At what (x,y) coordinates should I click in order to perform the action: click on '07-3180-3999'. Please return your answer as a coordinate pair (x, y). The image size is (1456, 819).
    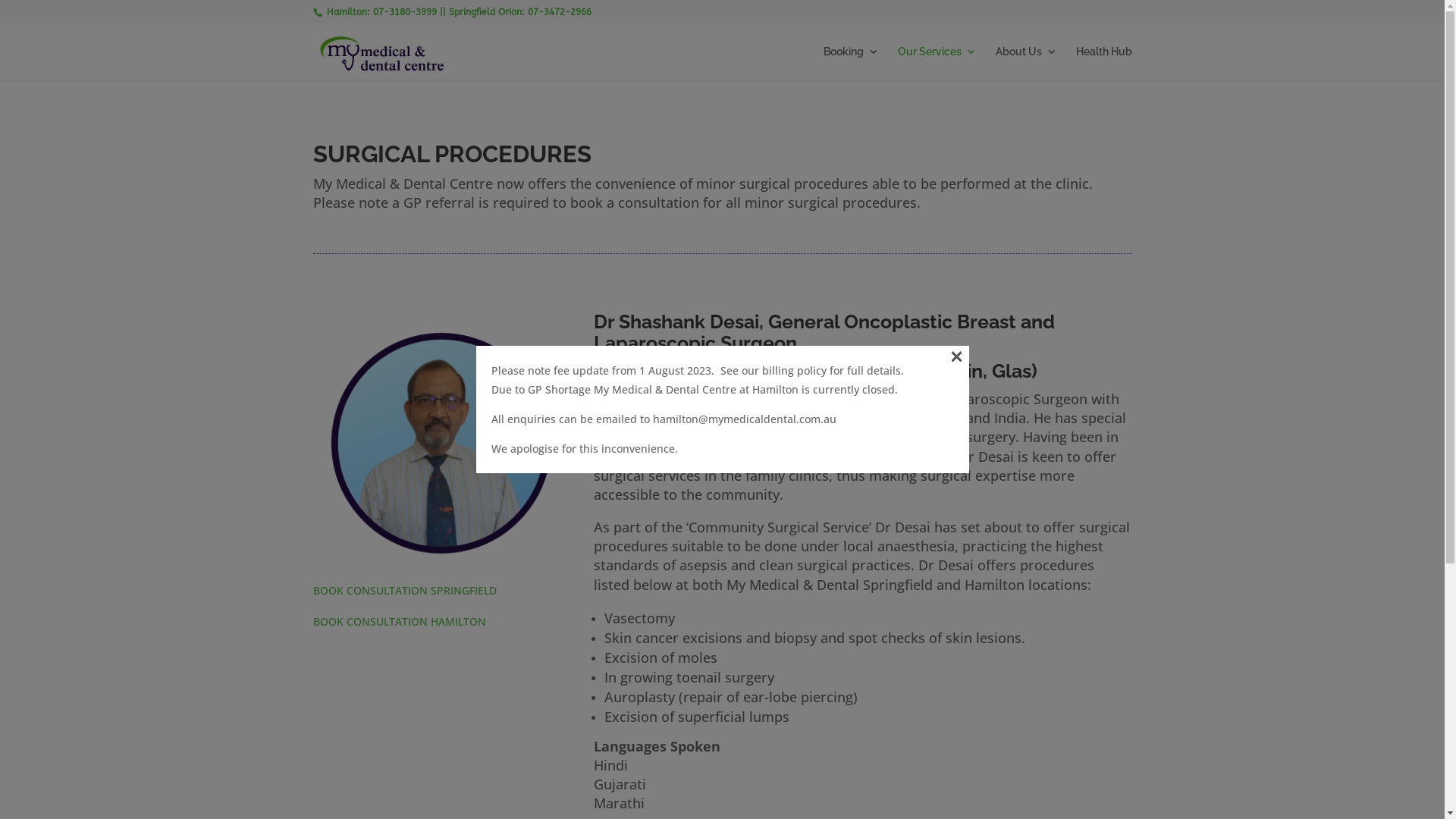
    Looking at the image, I should click on (404, 11).